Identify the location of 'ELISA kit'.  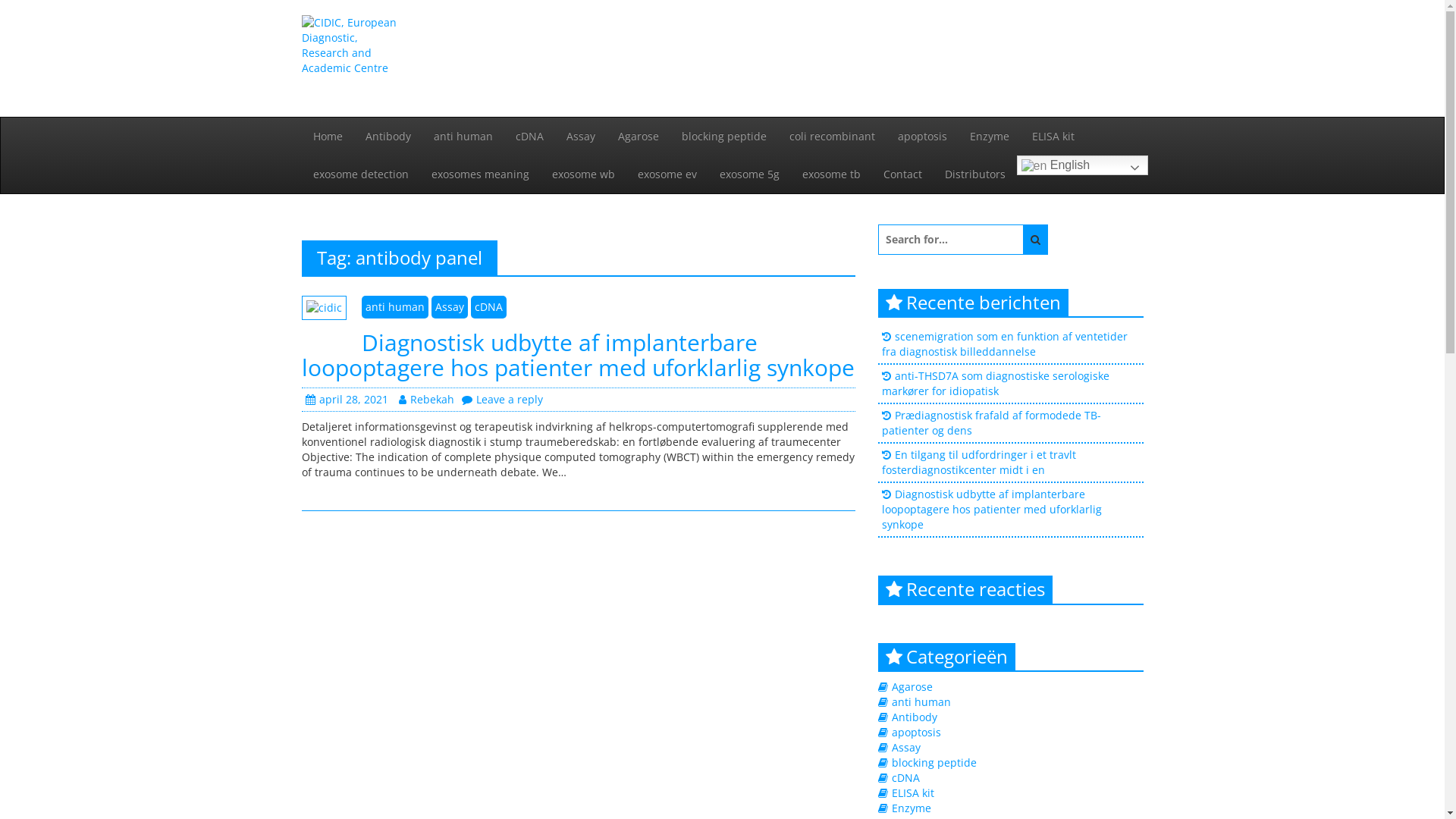
(912, 792).